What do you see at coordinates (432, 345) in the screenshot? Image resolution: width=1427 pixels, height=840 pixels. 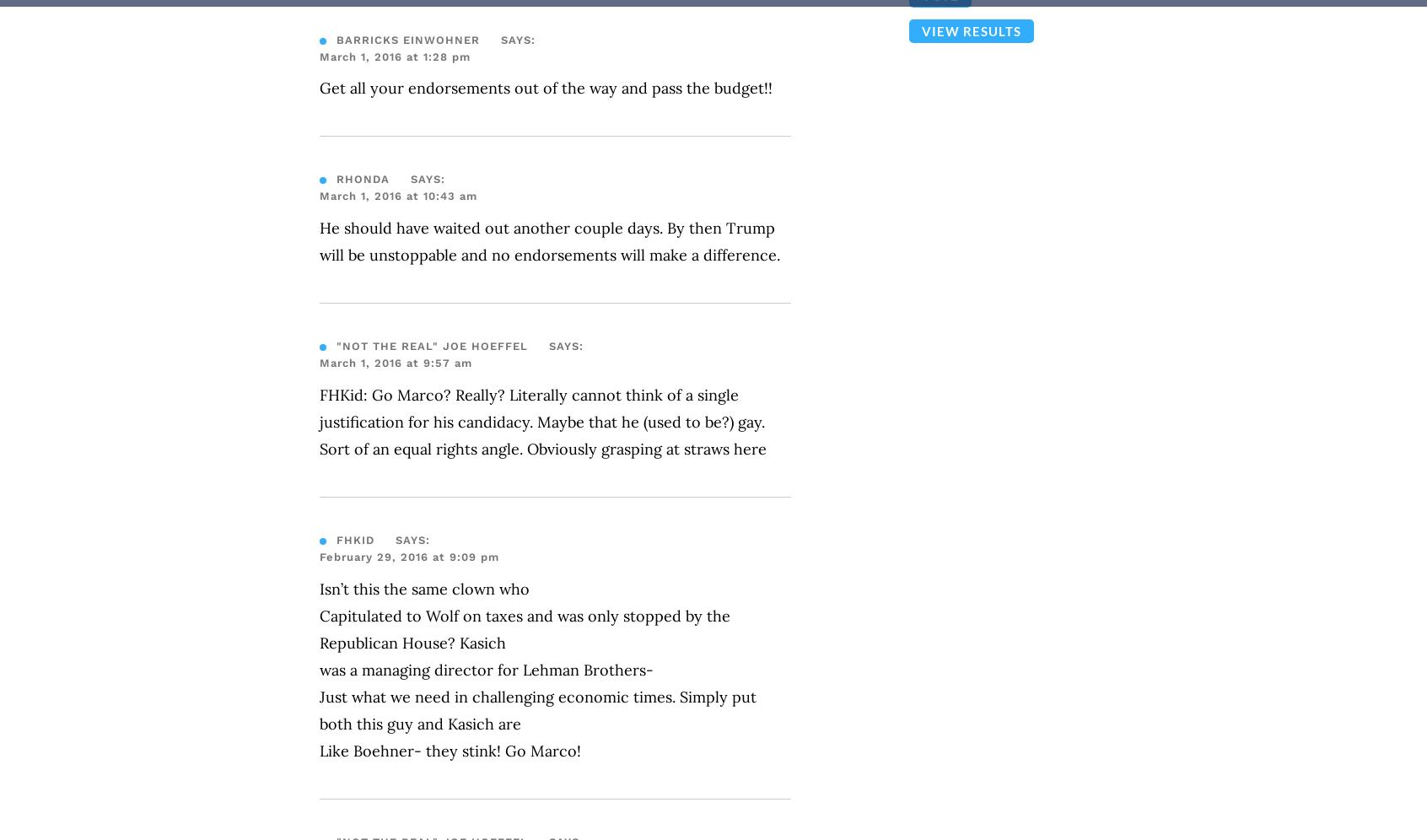 I see `'"not the real" joe hoeffel'` at bounding box center [432, 345].